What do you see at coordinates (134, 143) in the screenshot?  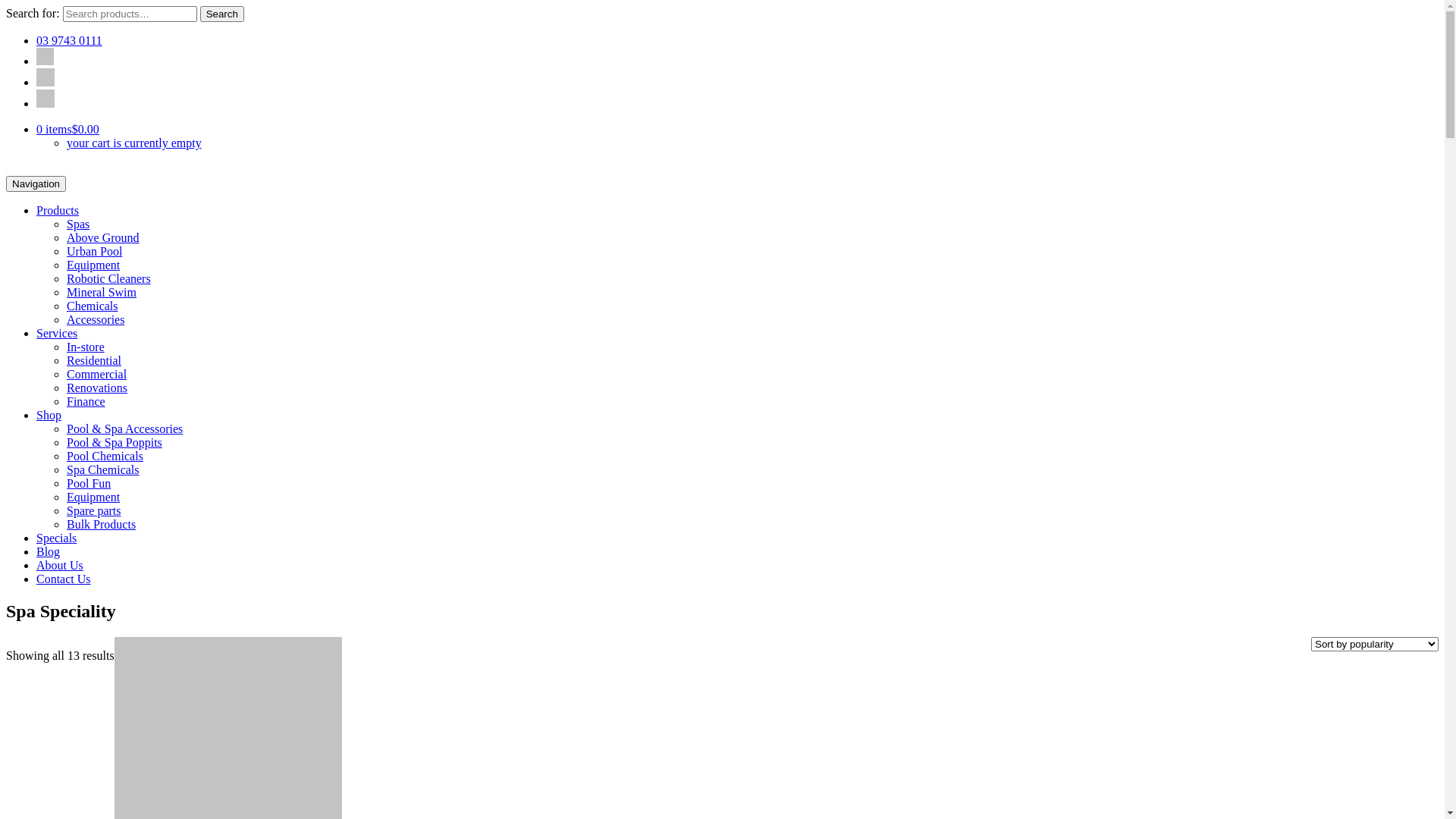 I see `'your cart is currently empty'` at bounding box center [134, 143].